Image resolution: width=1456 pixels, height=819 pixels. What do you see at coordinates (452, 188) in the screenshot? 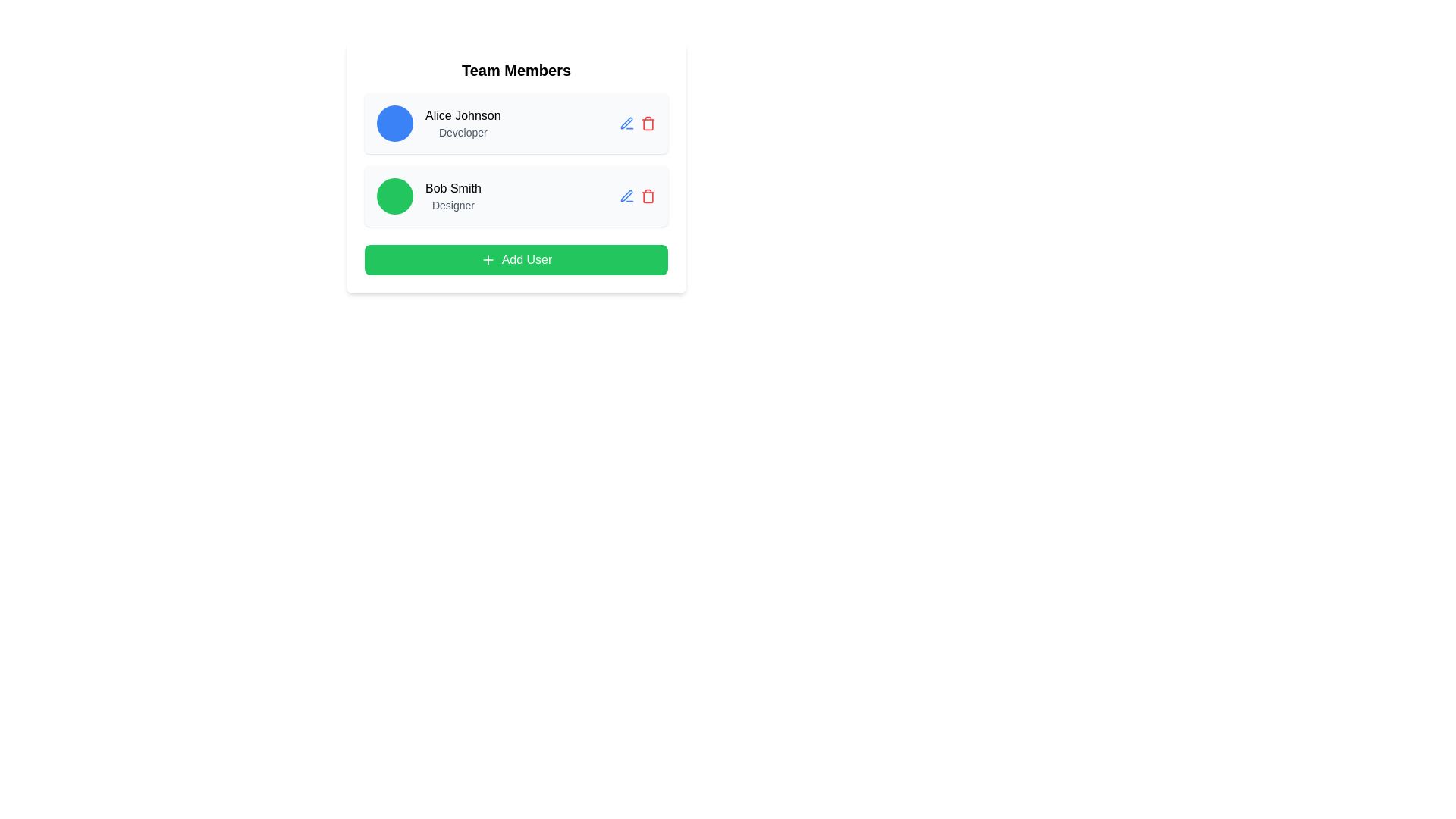
I see `the static text label displaying 'Bob Smith' in the second team member card within the 'Team Members' section, which is positioned above the text 'Designer' and to the right of the green circular avatar` at bounding box center [452, 188].